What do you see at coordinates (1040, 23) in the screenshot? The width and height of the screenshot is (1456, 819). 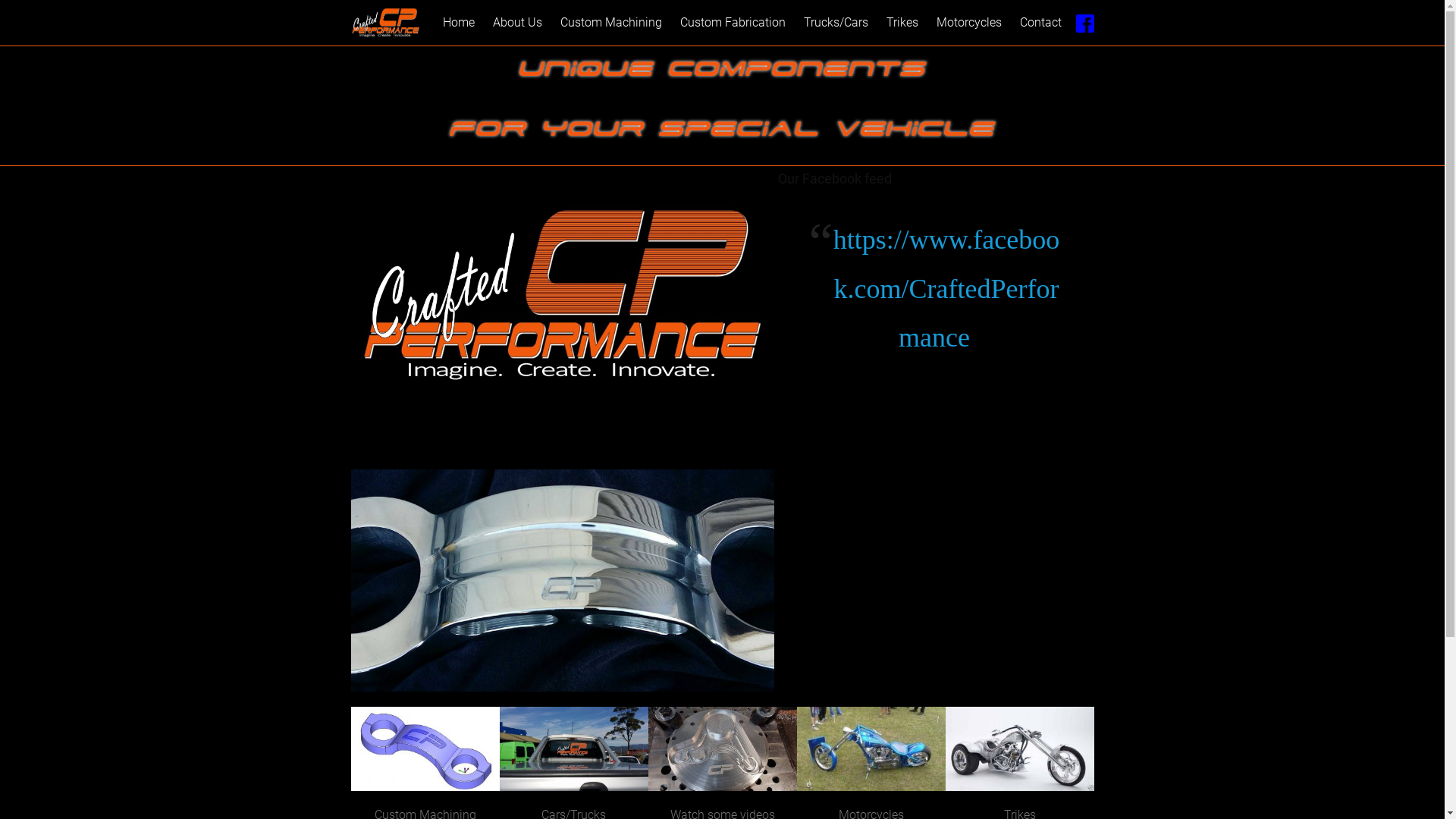 I see `'Contact'` at bounding box center [1040, 23].